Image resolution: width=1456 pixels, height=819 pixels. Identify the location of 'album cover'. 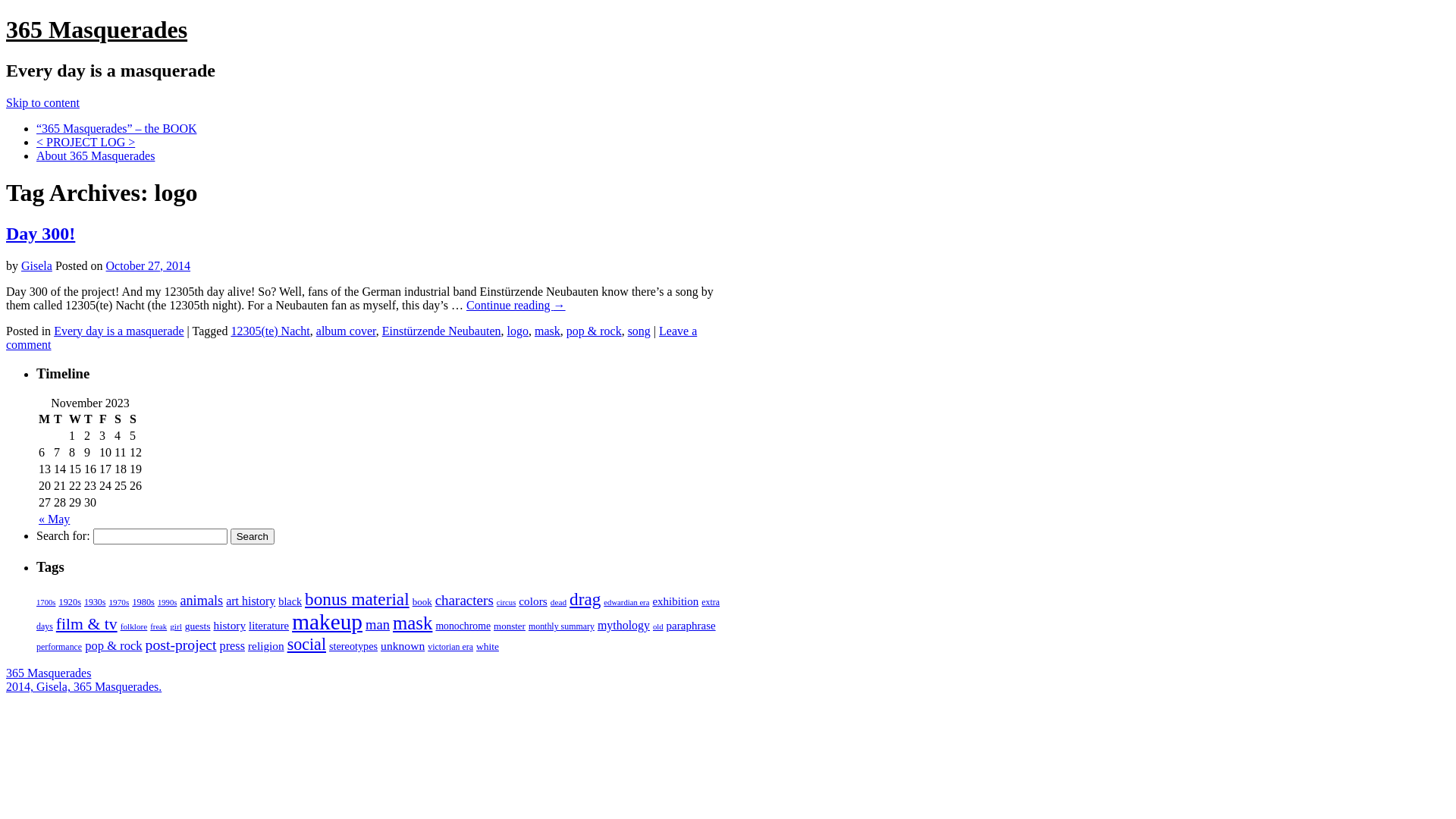
(345, 330).